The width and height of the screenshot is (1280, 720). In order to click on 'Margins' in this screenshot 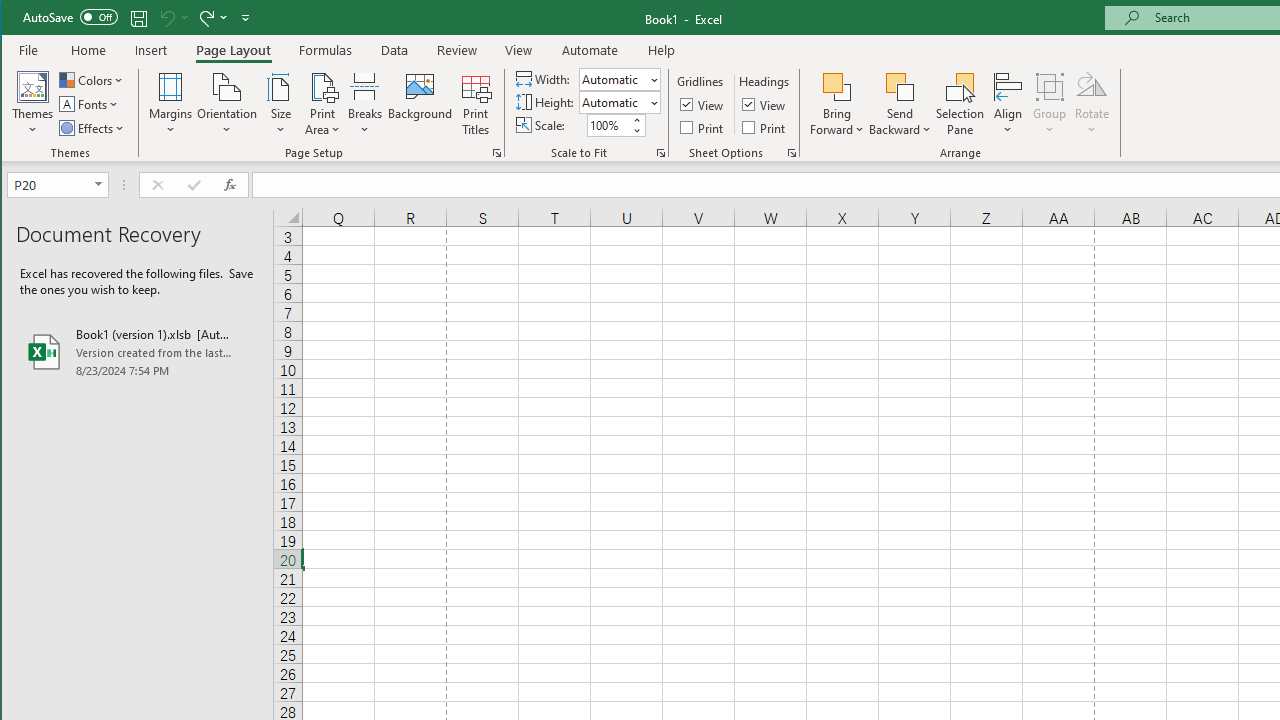, I will do `click(170, 104)`.